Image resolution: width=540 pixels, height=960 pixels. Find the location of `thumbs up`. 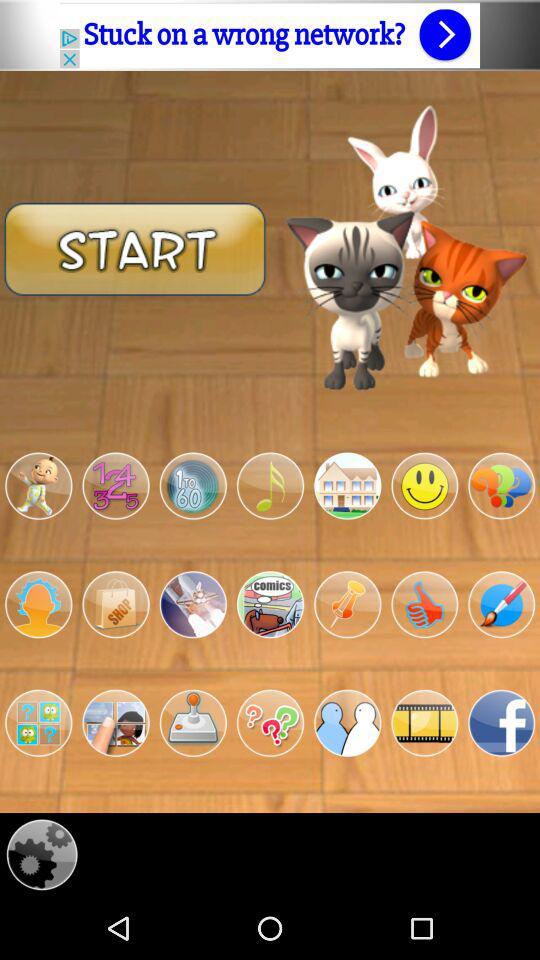

thumbs up is located at coordinates (423, 603).